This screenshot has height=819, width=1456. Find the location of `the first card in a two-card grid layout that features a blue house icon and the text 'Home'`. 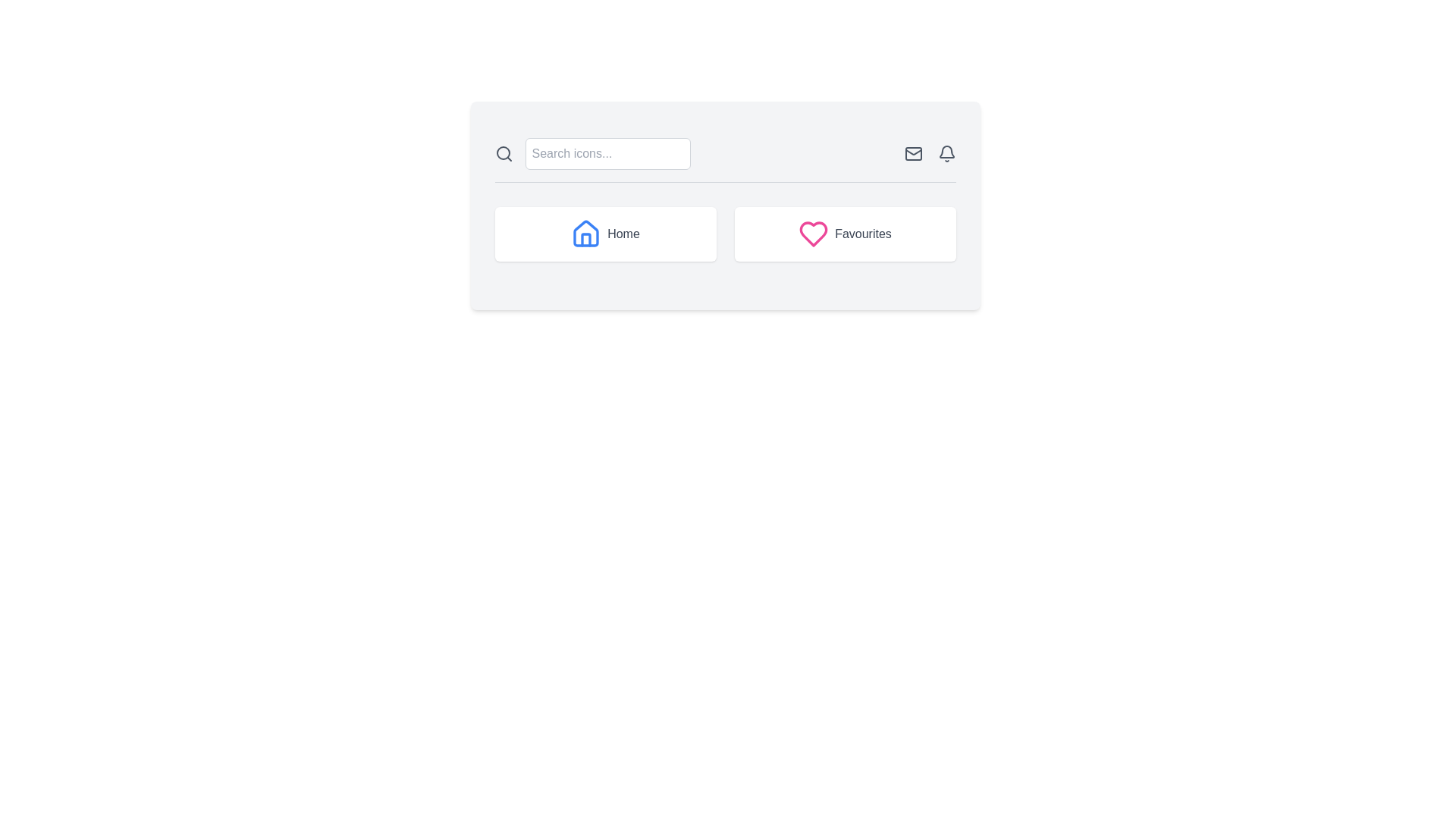

the first card in a two-card grid layout that features a blue house icon and the text 'Home' is located at coordinates (604, 234).